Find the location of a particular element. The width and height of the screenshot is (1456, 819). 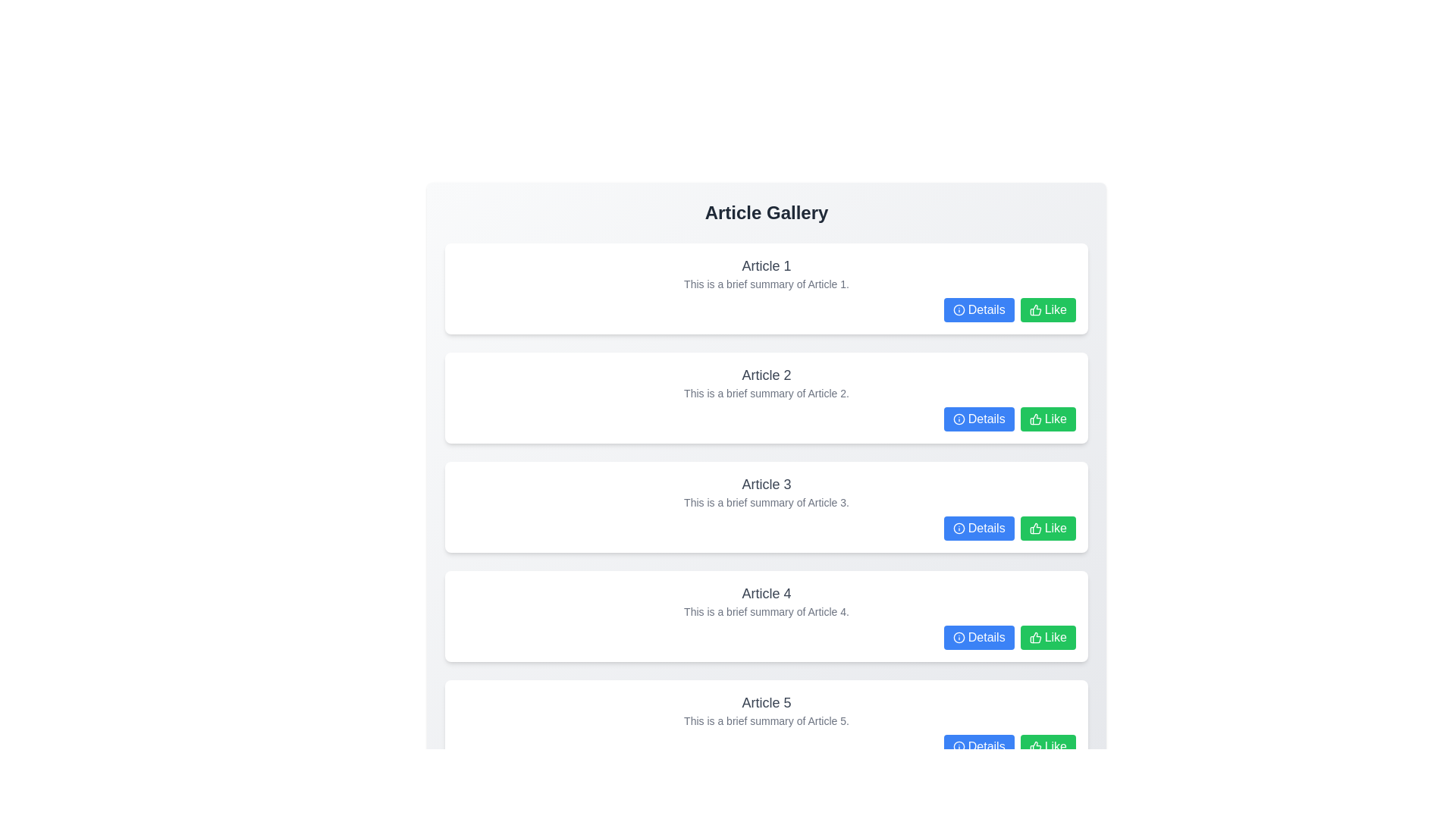

the 'Like' button icon that visually represents the action of 'liking' an article, positioned in the last column of the horizontal layout with the 'Details' button is located at coordinates (1034, 309).